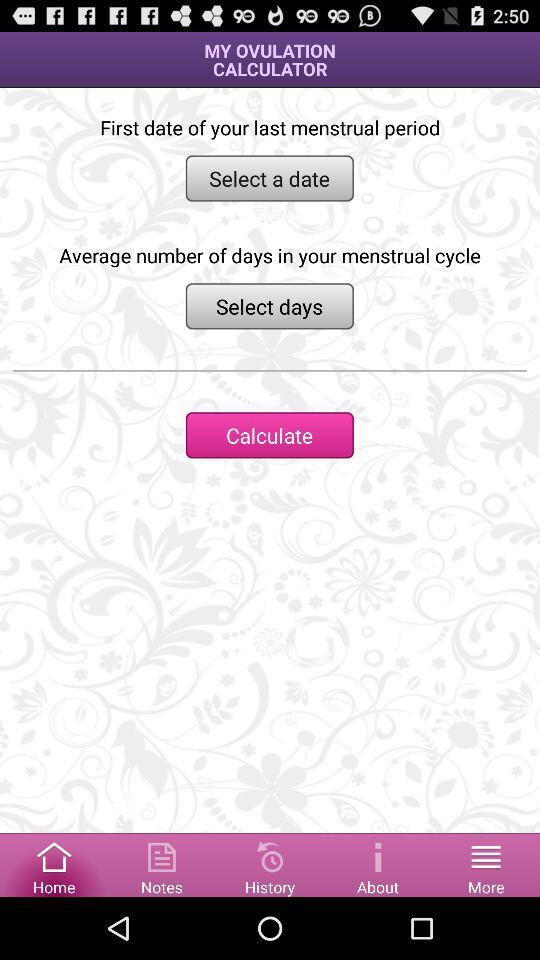 The width and height of the screenshot is (540, 960). Describe the element at coordinates (161, 863) in the screenshot. I see `a note` at that location.